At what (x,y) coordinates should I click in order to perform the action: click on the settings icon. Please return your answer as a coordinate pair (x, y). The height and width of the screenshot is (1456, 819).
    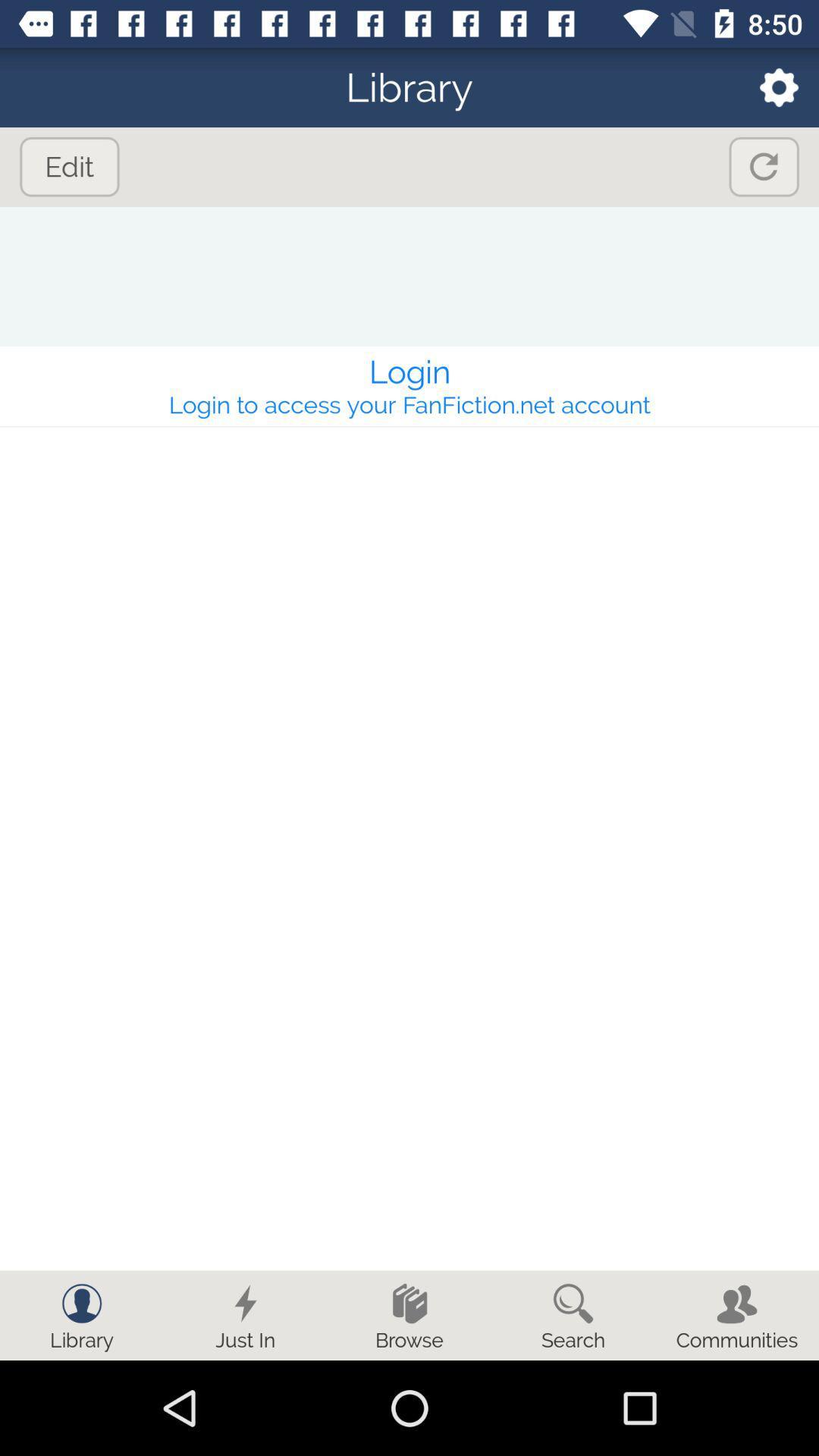
    Looking at the image, I should click on (769, 86).